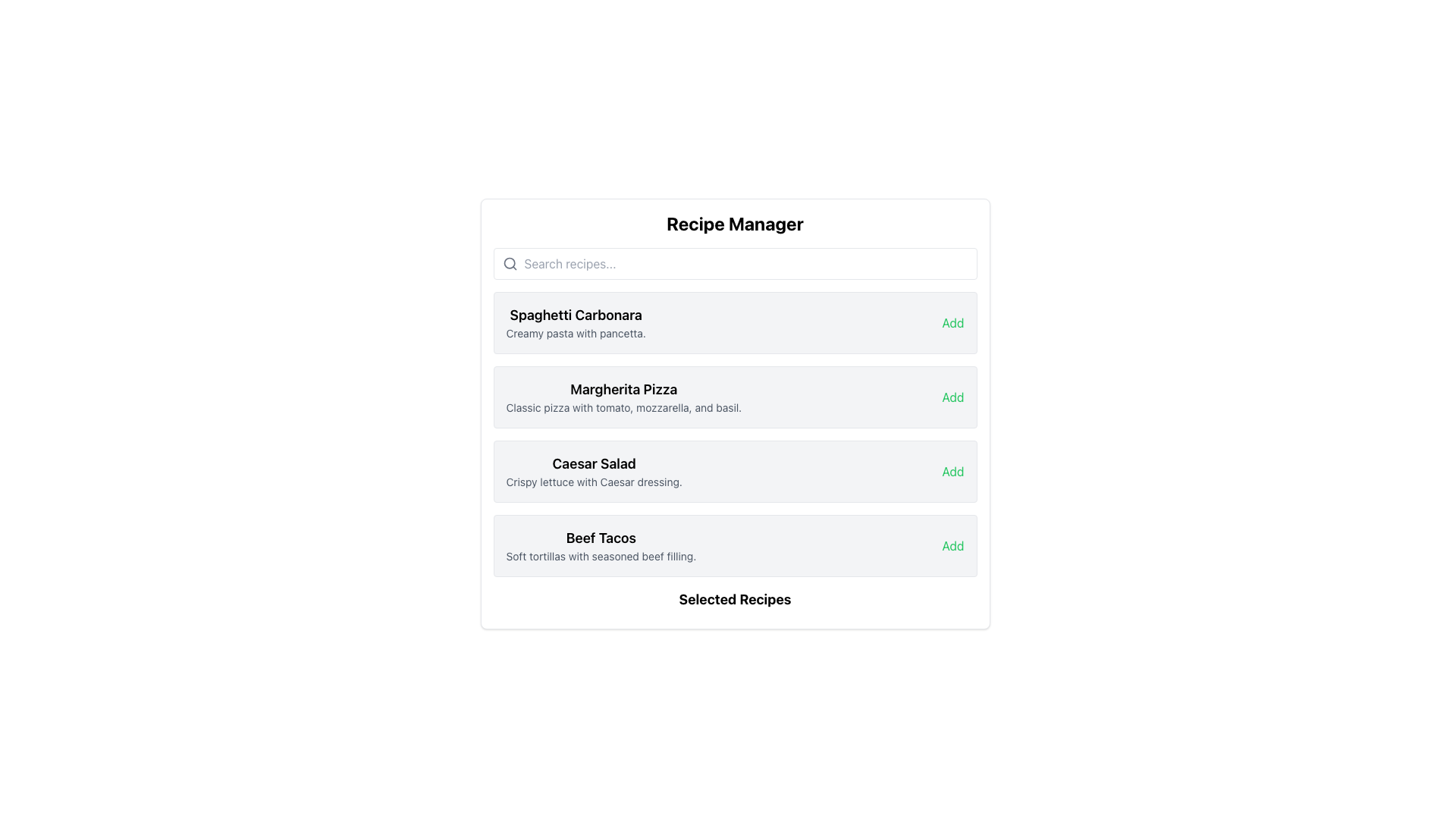 Image resolution: width=1456 pixels, height=819 pixels. I want to click on text description that provides additional details about the 'Margherita Pizza' menu item, which is located directly beneath the title in the vertical list of menu items, so click(623, 406).